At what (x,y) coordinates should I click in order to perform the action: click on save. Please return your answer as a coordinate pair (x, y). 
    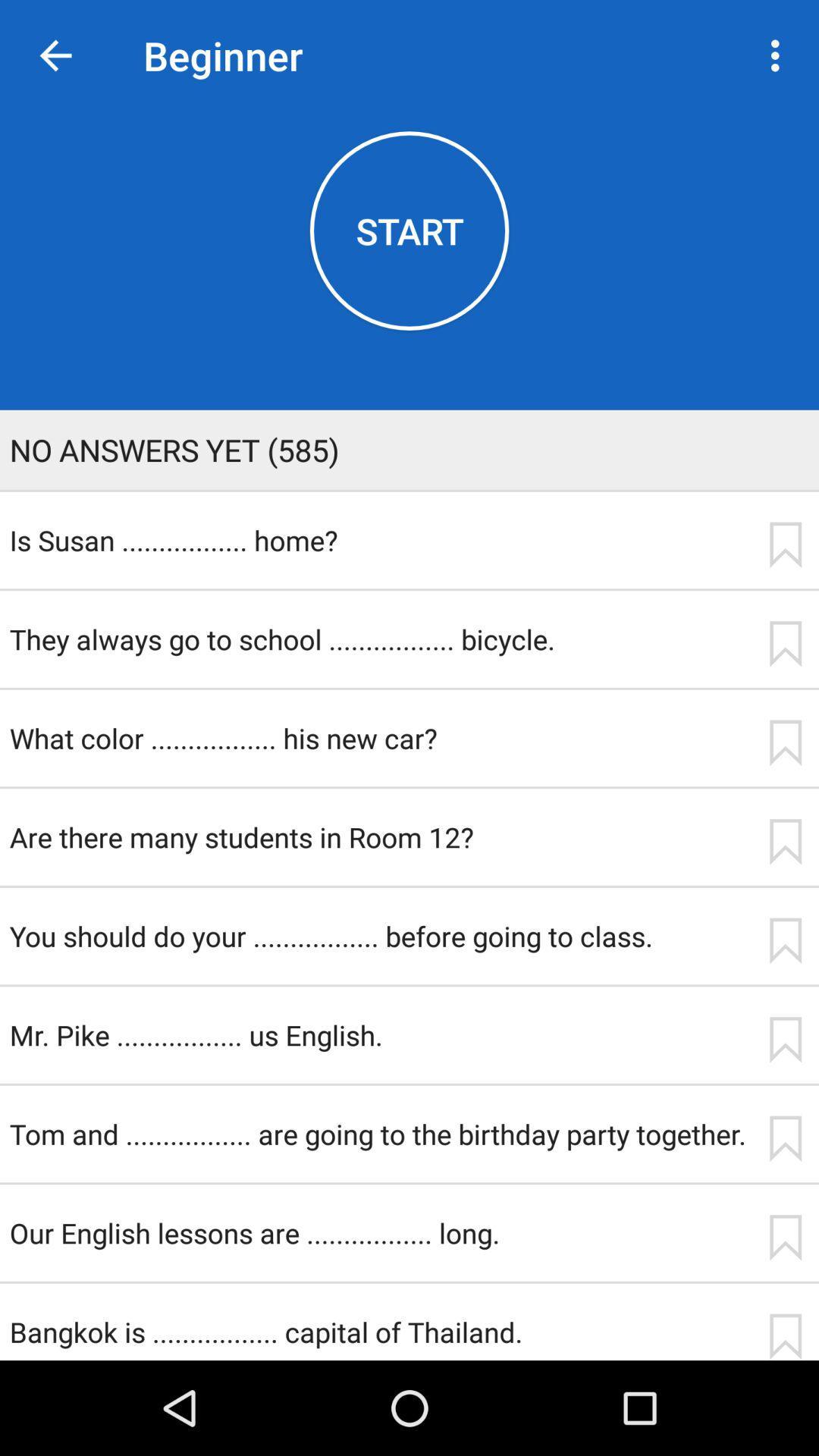
    Looking at the image, I should click on (785, 1039).